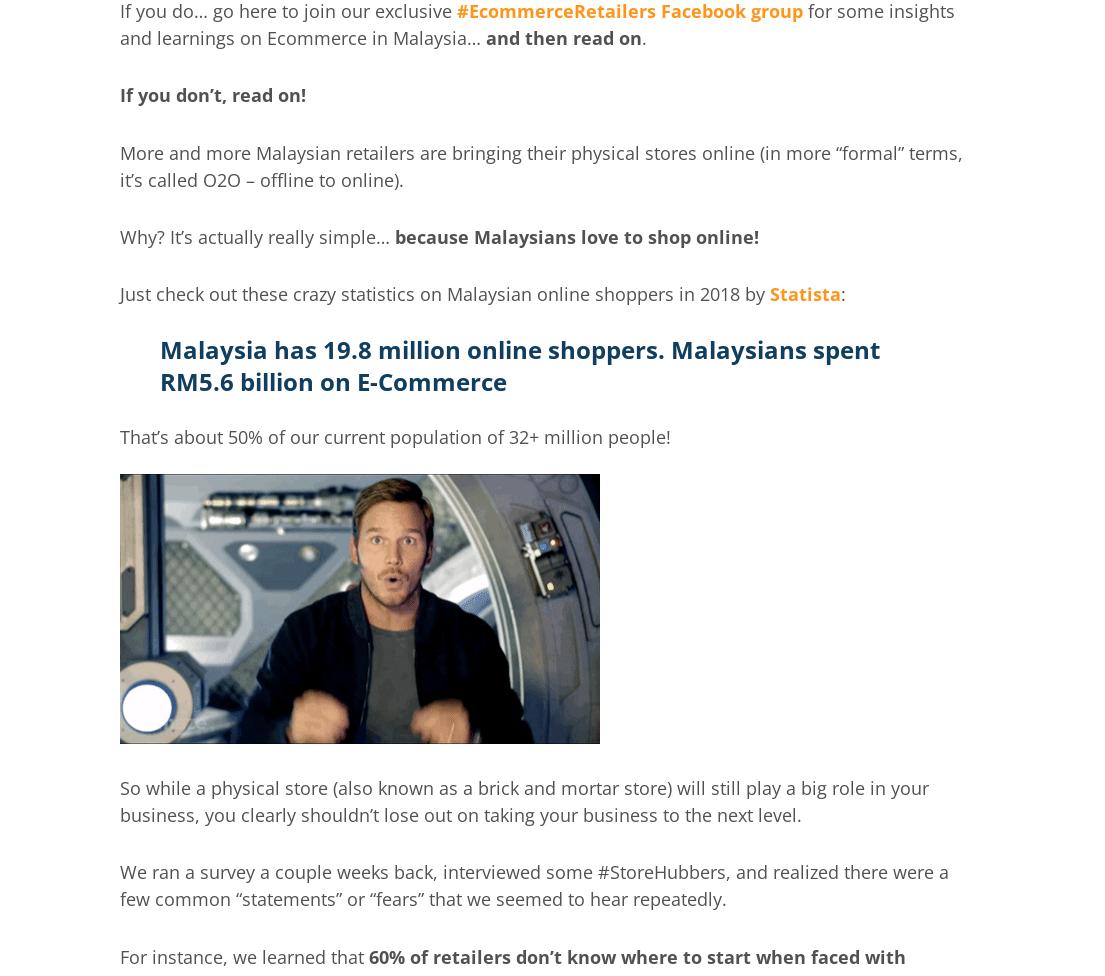 This screenshot has width=1105, height=976. I want to click on 'So while a physical store (also known as a brick and mortar store) will still play a big role in your business, you clearly shouldn’t lose out on taking your business to the next level.', so click(119, 800).